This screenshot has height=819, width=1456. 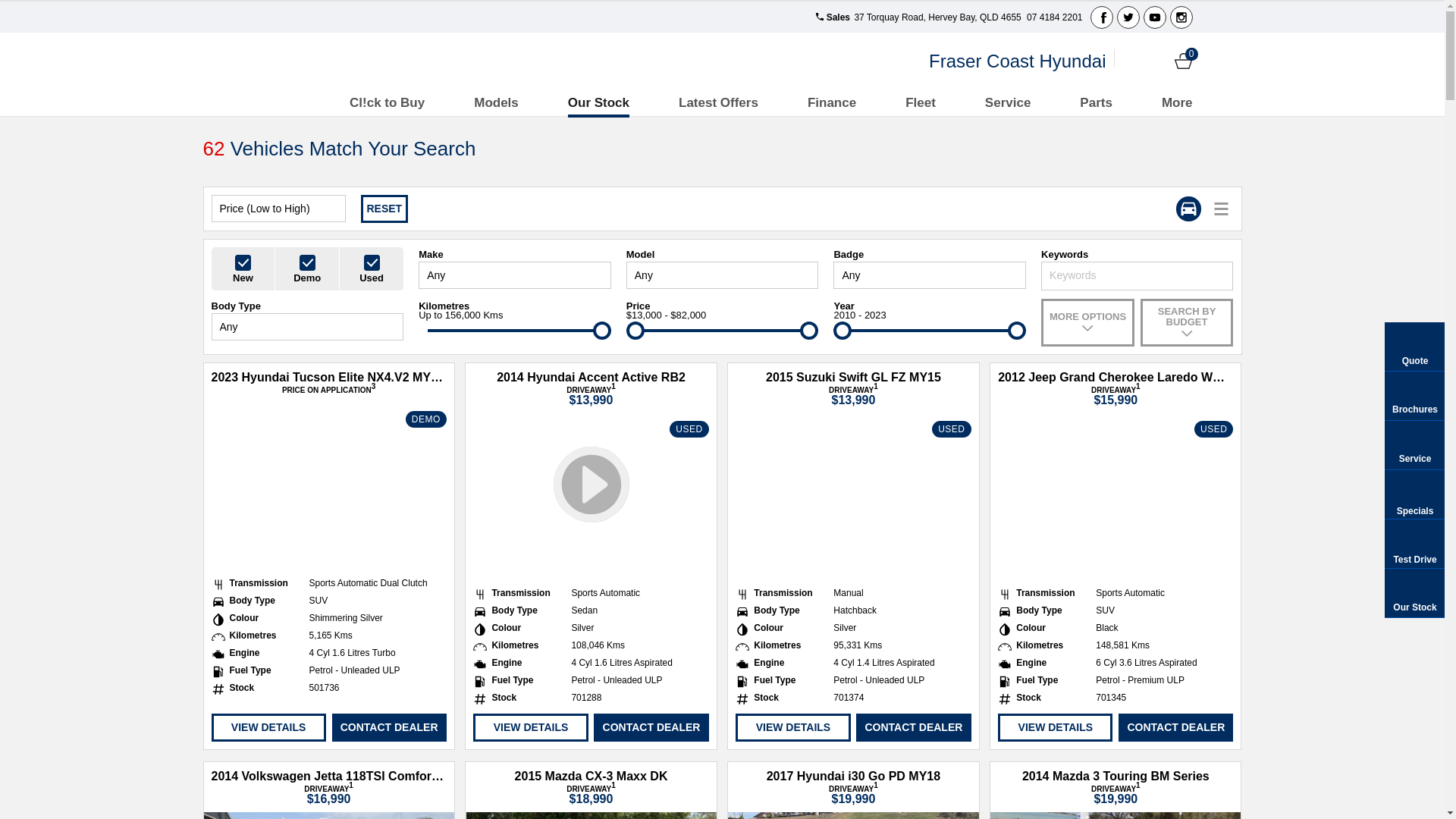 I want to click on 'CONTACT DEALER', so click(x=912, y=726).